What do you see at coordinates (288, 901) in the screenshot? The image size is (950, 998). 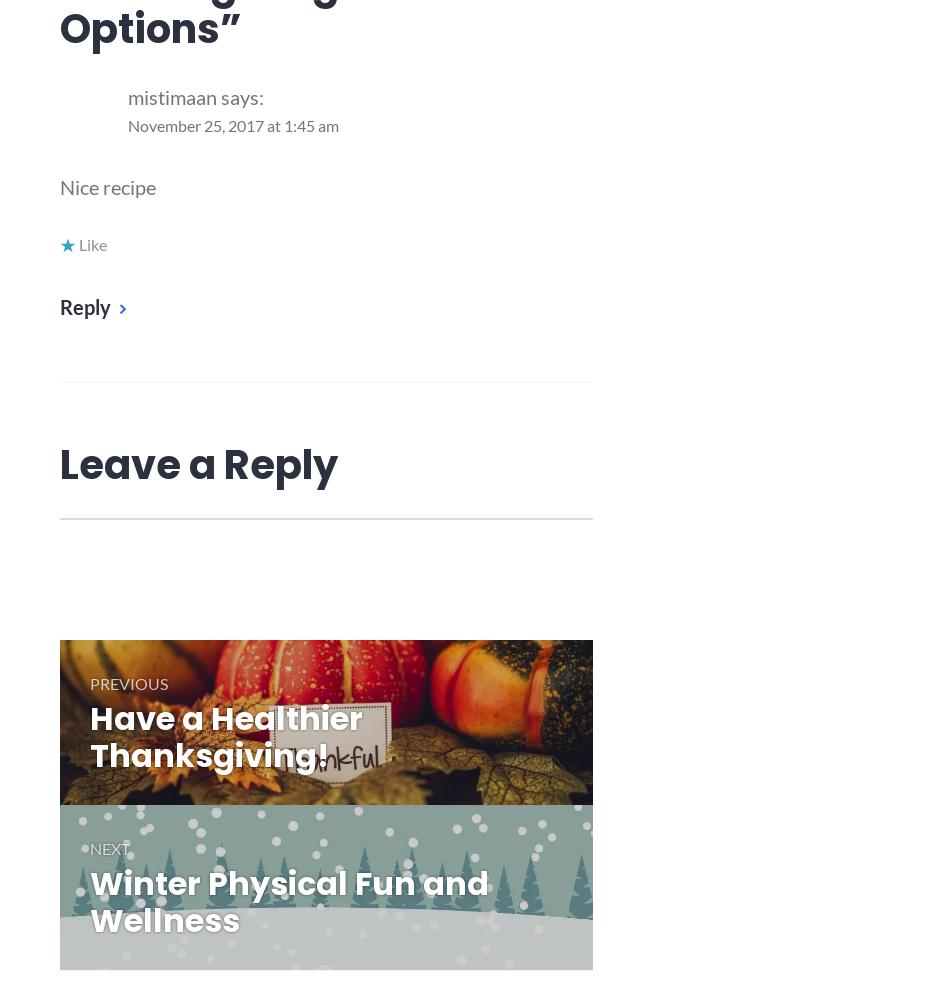 I see `'Winter Physical Fun and Wellness'` at bounding box center [288, 901].